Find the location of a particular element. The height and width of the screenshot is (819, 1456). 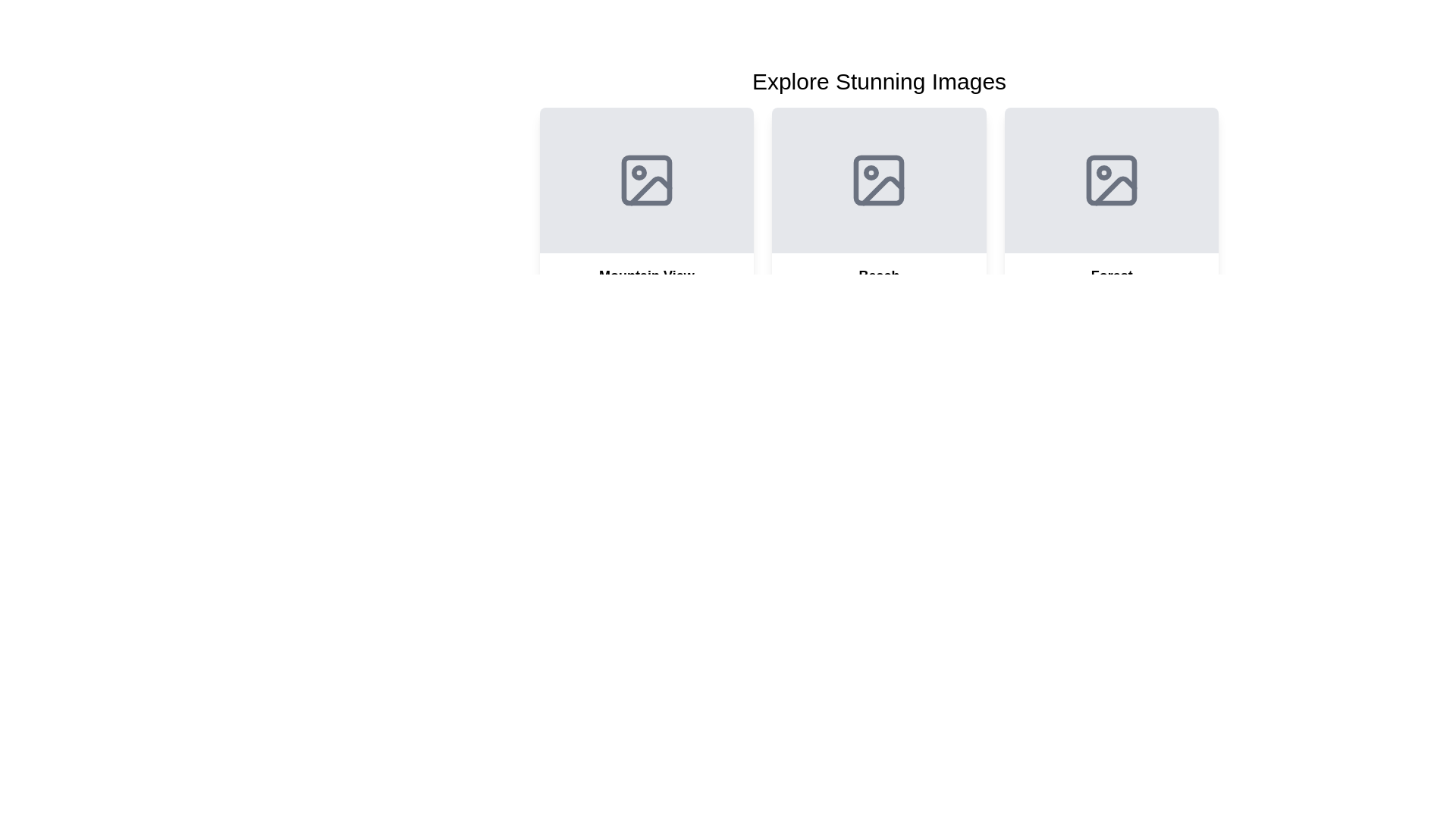

the text label that serves as a title for the card, positioned above the descriptive text and hashtag, within the 'Explore Stunning Images' grid is located at coordinates (646, 275).